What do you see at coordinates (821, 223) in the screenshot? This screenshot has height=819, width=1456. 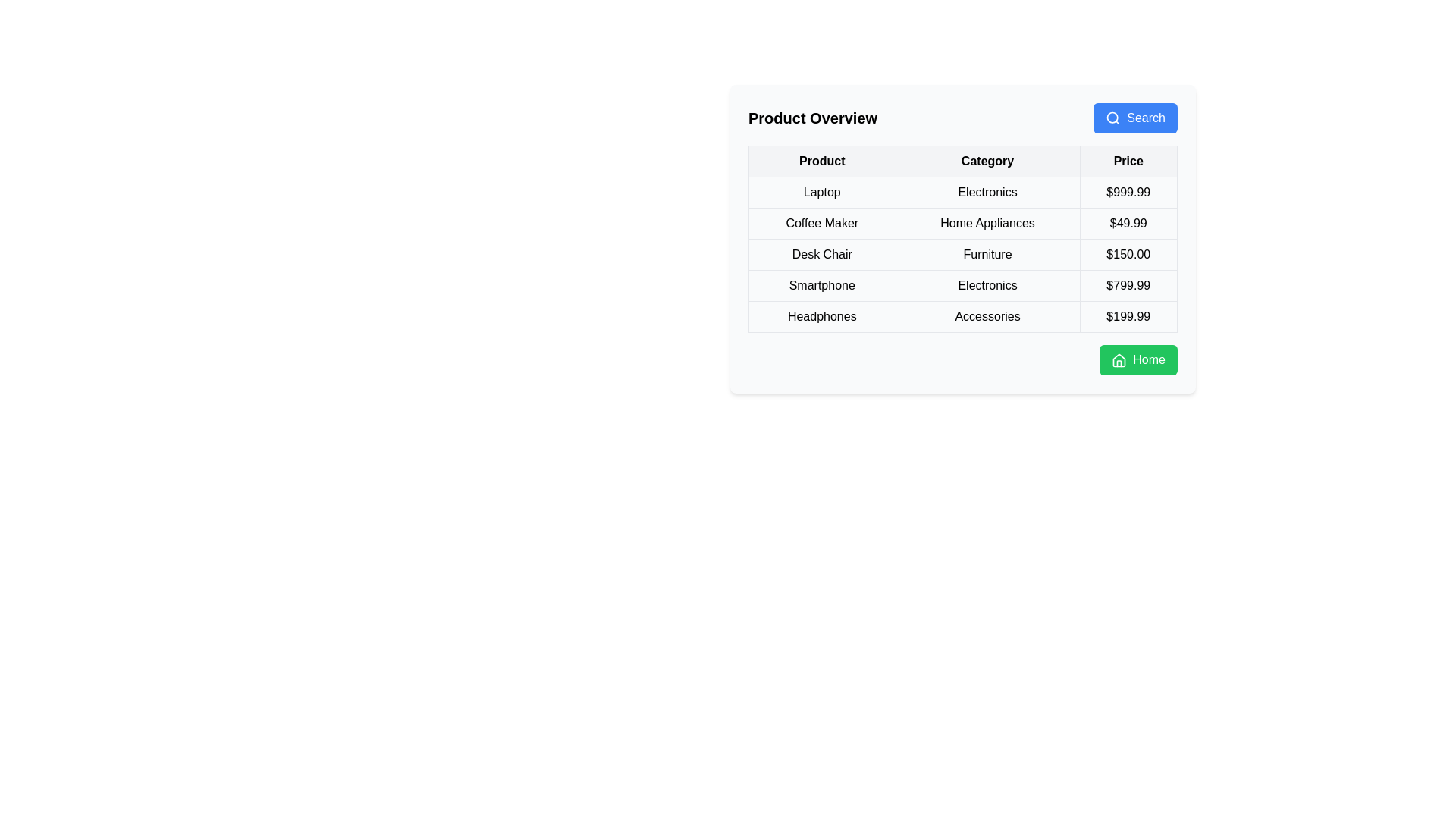 I see `the 'Coffee Maker' text display element located in the second row of the product column within the table structure` at bounding box center [821, 223].